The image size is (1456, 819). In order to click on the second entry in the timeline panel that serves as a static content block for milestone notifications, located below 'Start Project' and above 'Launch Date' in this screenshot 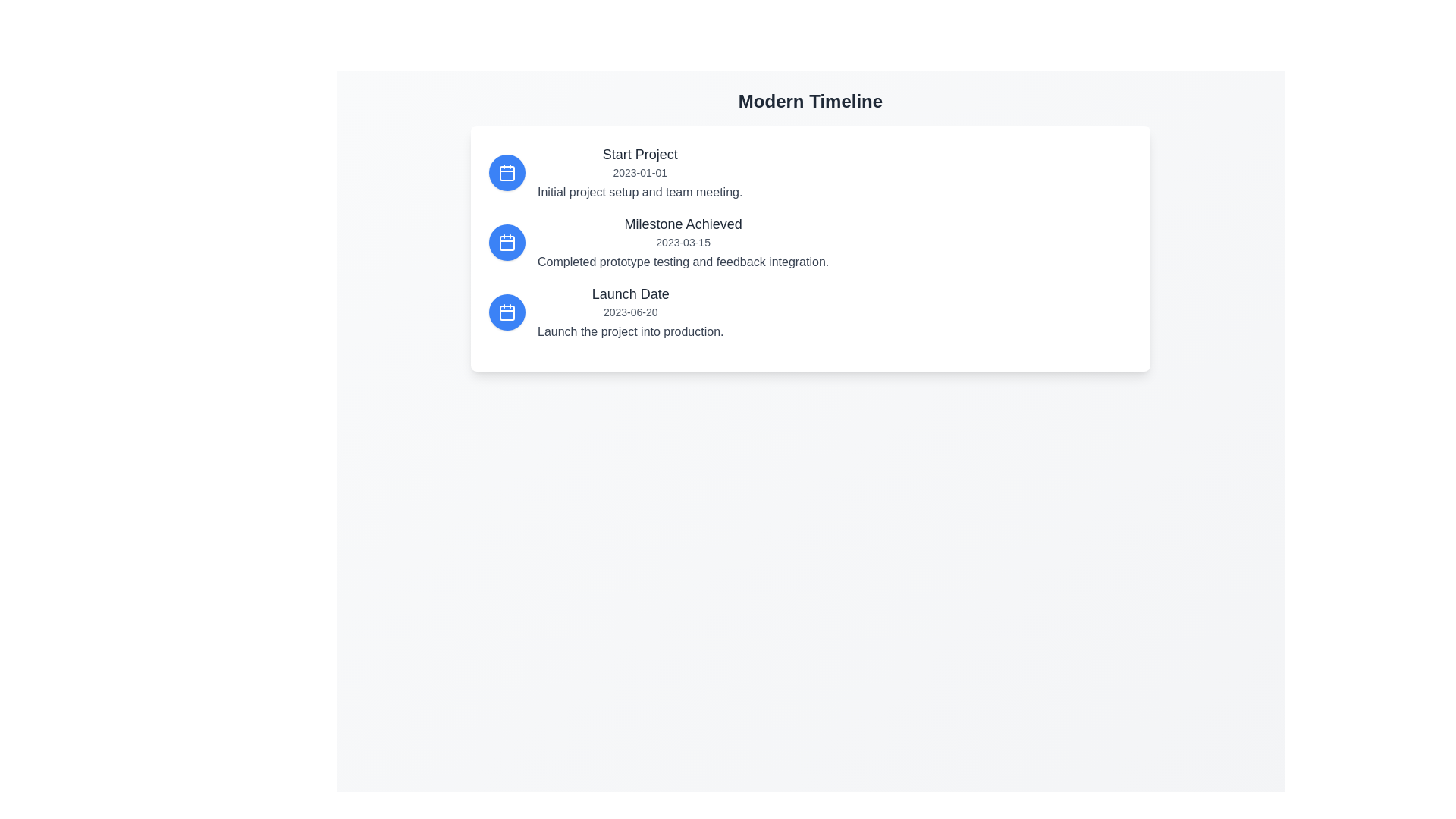, I will do `click(810, 242)`.